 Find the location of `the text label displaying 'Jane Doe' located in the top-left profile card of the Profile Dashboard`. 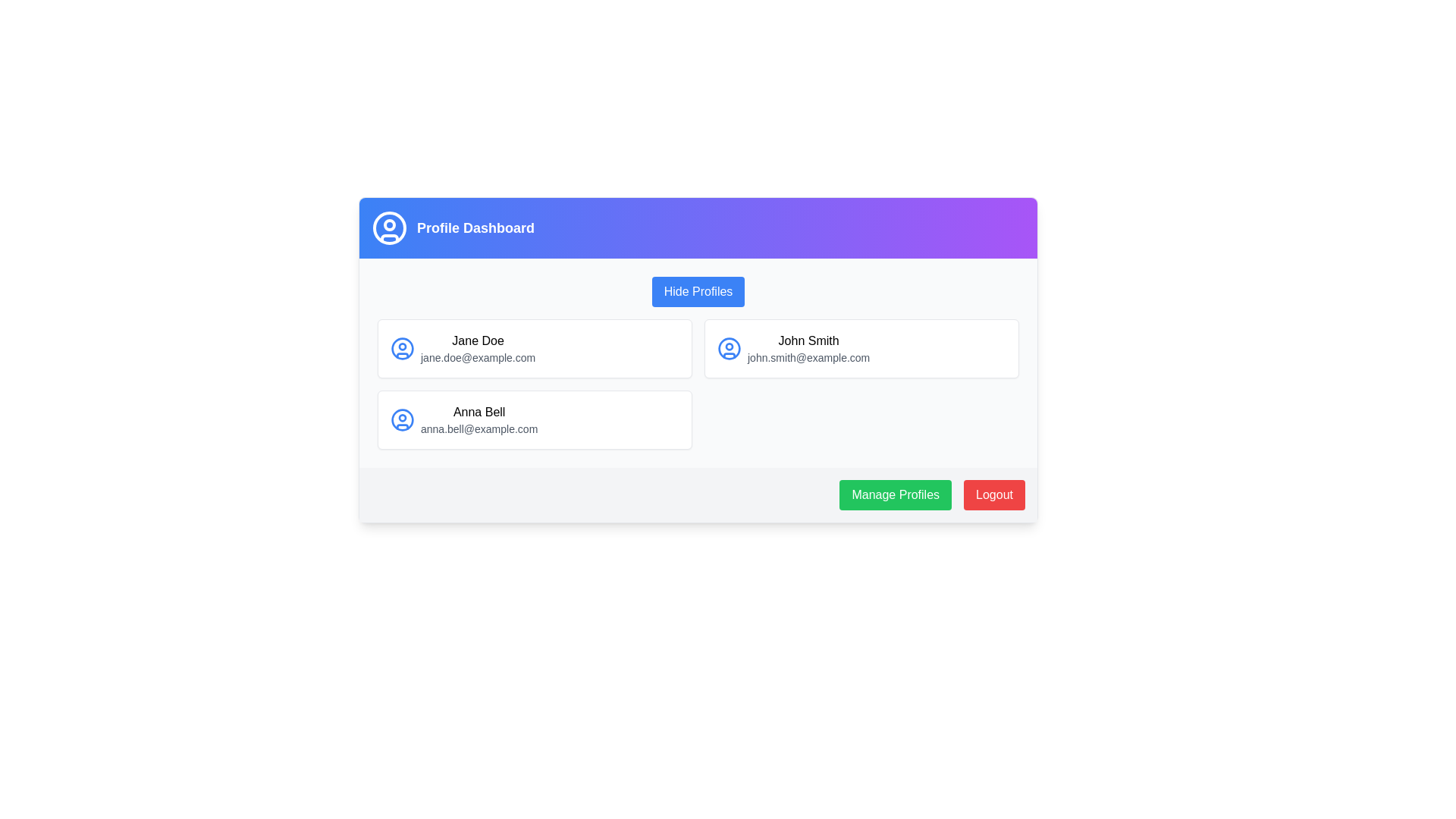

the text label displaying 'Jane Doe' located in the top-left profile card of the Profile Dashboard is located at coordinates (477, 341).